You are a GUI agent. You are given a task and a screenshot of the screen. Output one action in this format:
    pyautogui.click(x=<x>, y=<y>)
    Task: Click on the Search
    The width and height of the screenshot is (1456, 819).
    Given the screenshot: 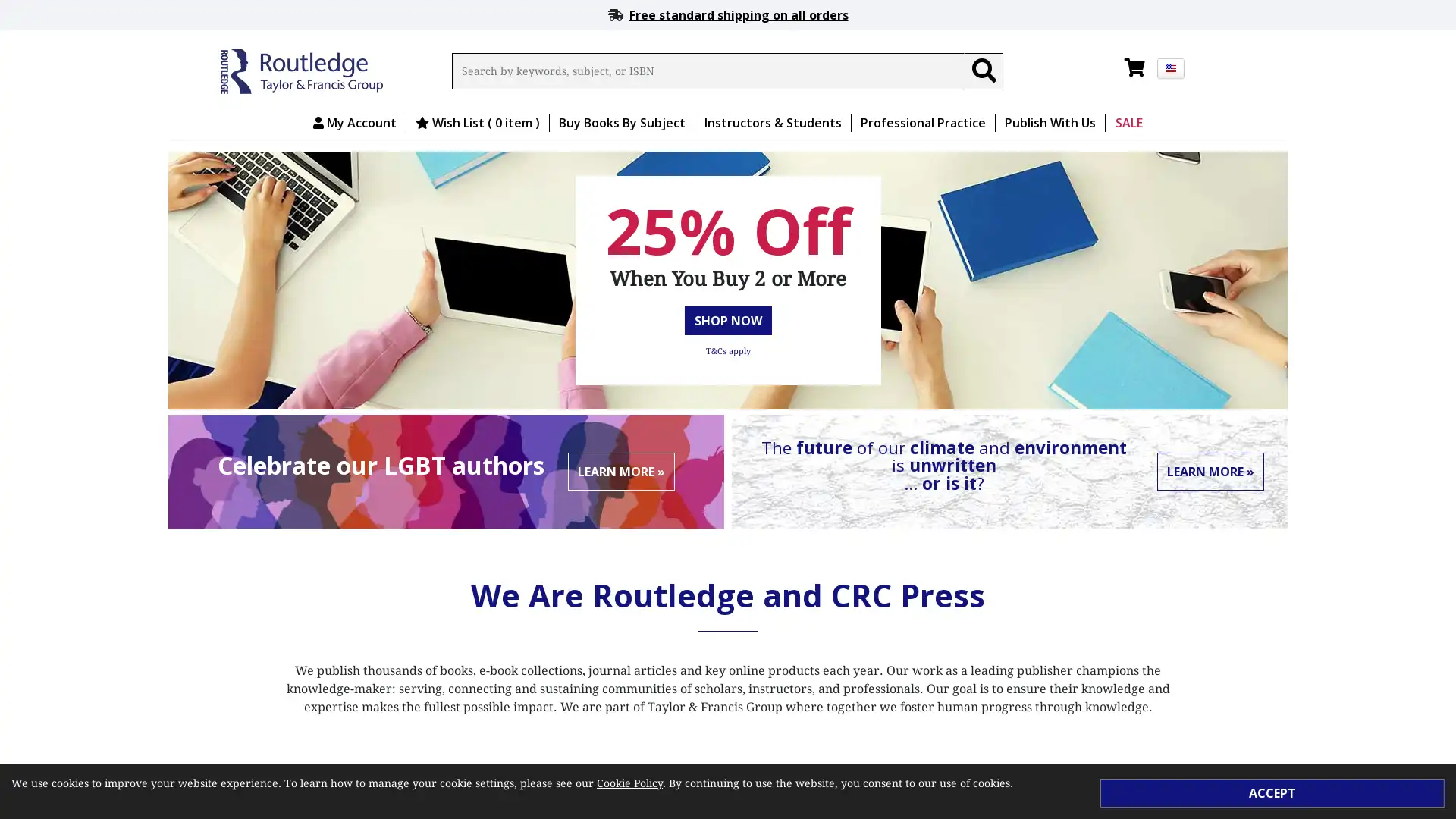 What is the action you would take?
    pyautogui.click(x=983, y=71)
    